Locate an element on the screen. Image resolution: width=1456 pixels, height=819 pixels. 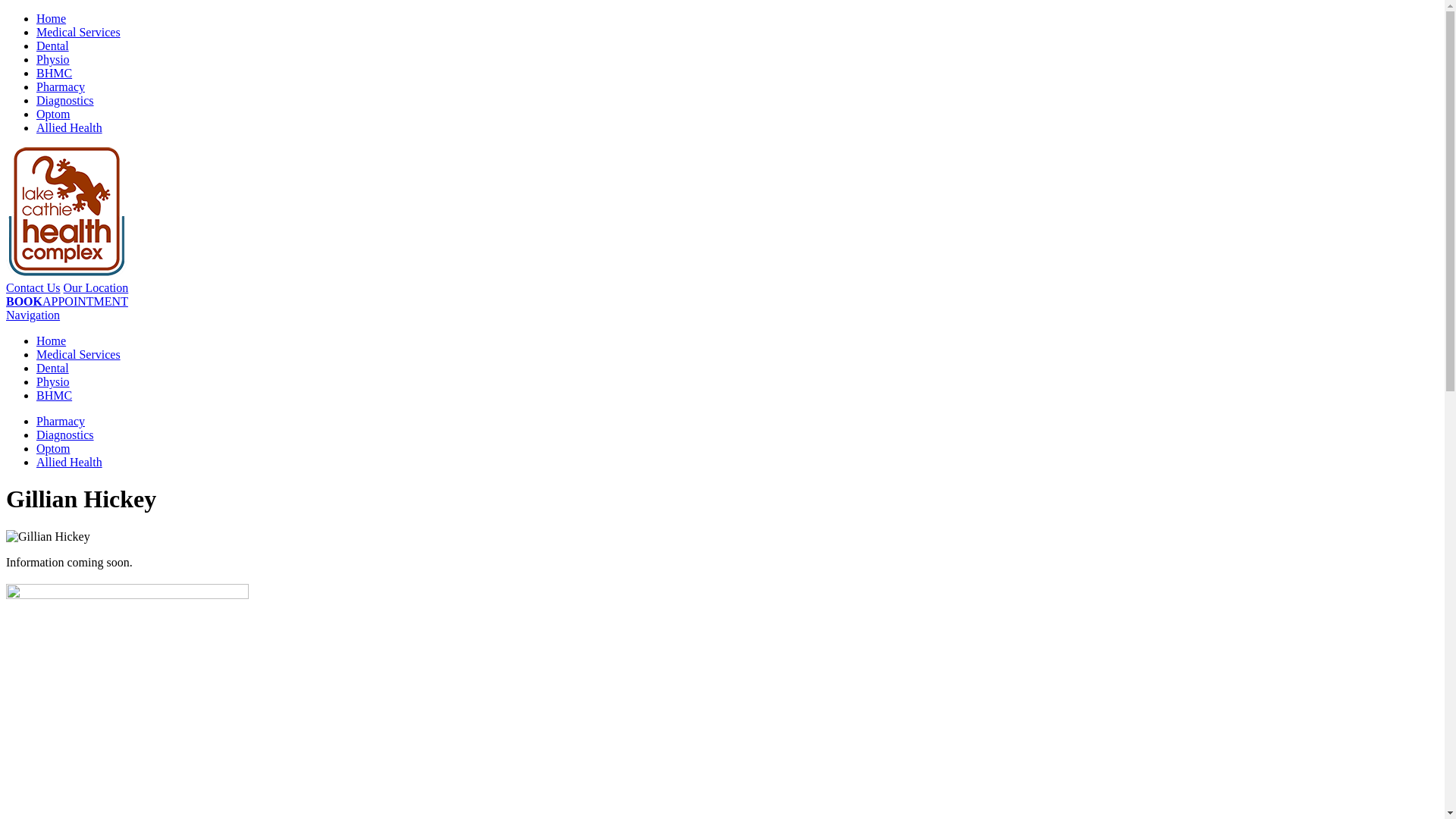
'Allied Health' is located at coordinates (68, 461).